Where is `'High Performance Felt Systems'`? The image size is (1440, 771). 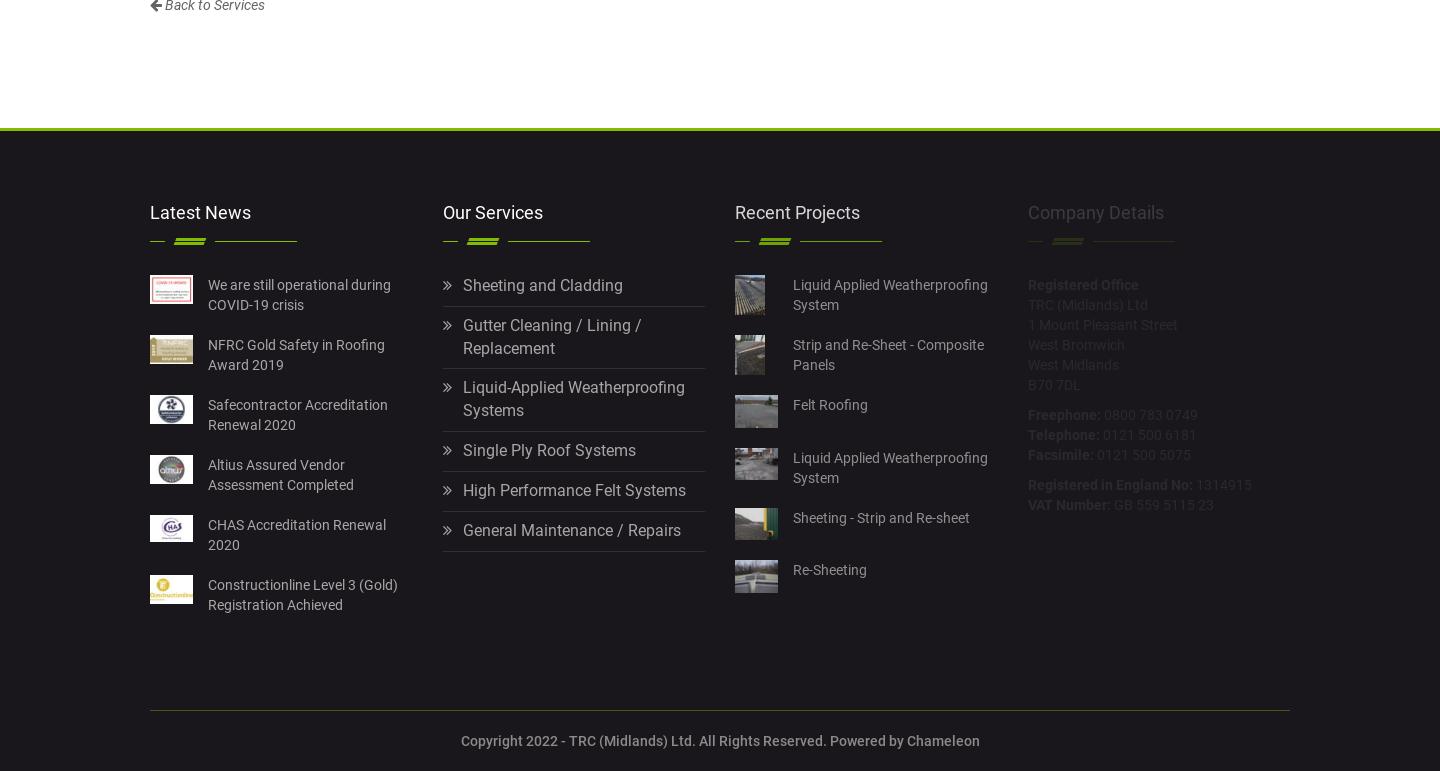 'High Performance Felt Systems' is located at coordinates (573, 490).